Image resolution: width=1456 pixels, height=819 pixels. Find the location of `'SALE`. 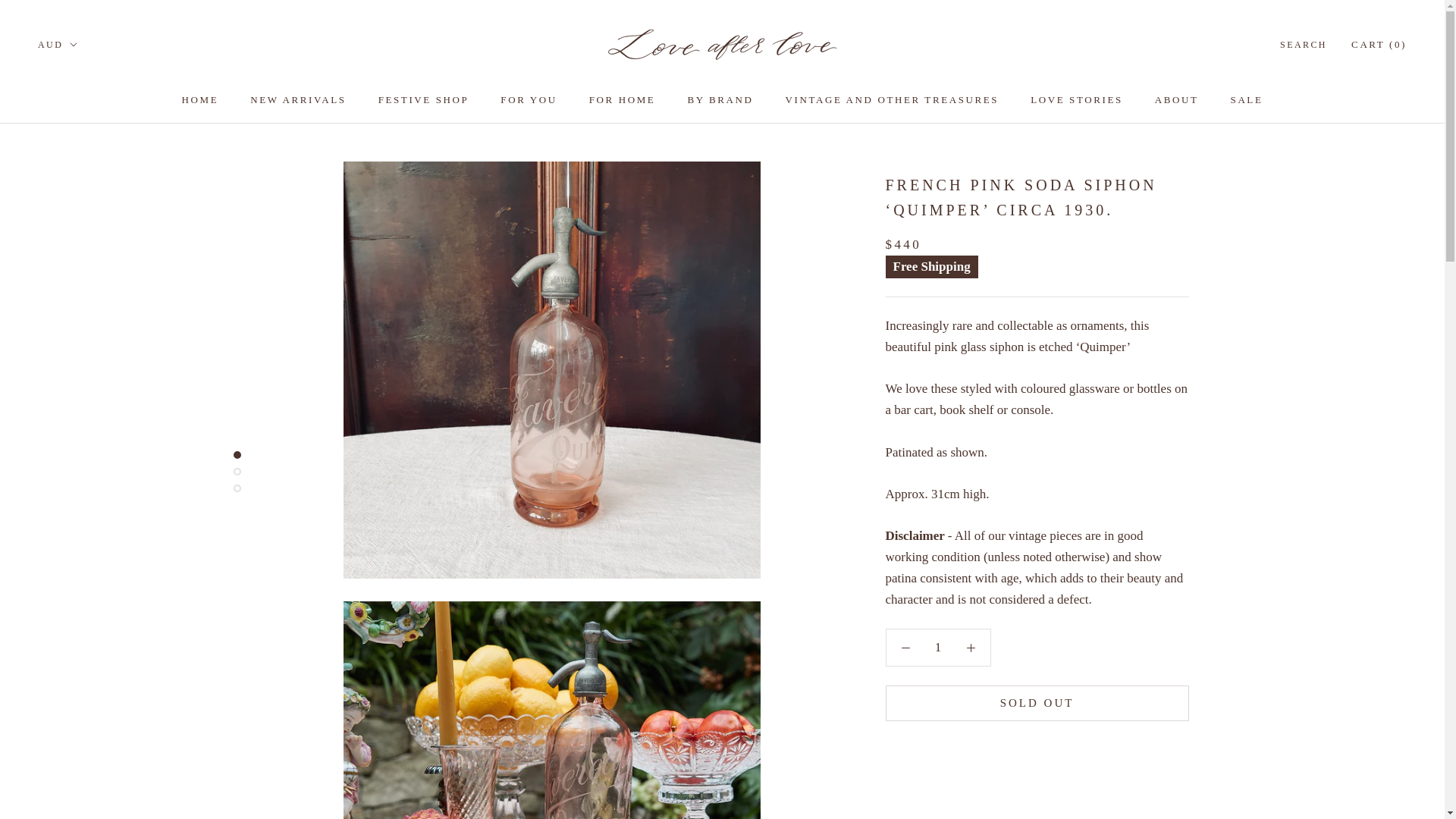

'SALE is located at coordinates (1247, 99).